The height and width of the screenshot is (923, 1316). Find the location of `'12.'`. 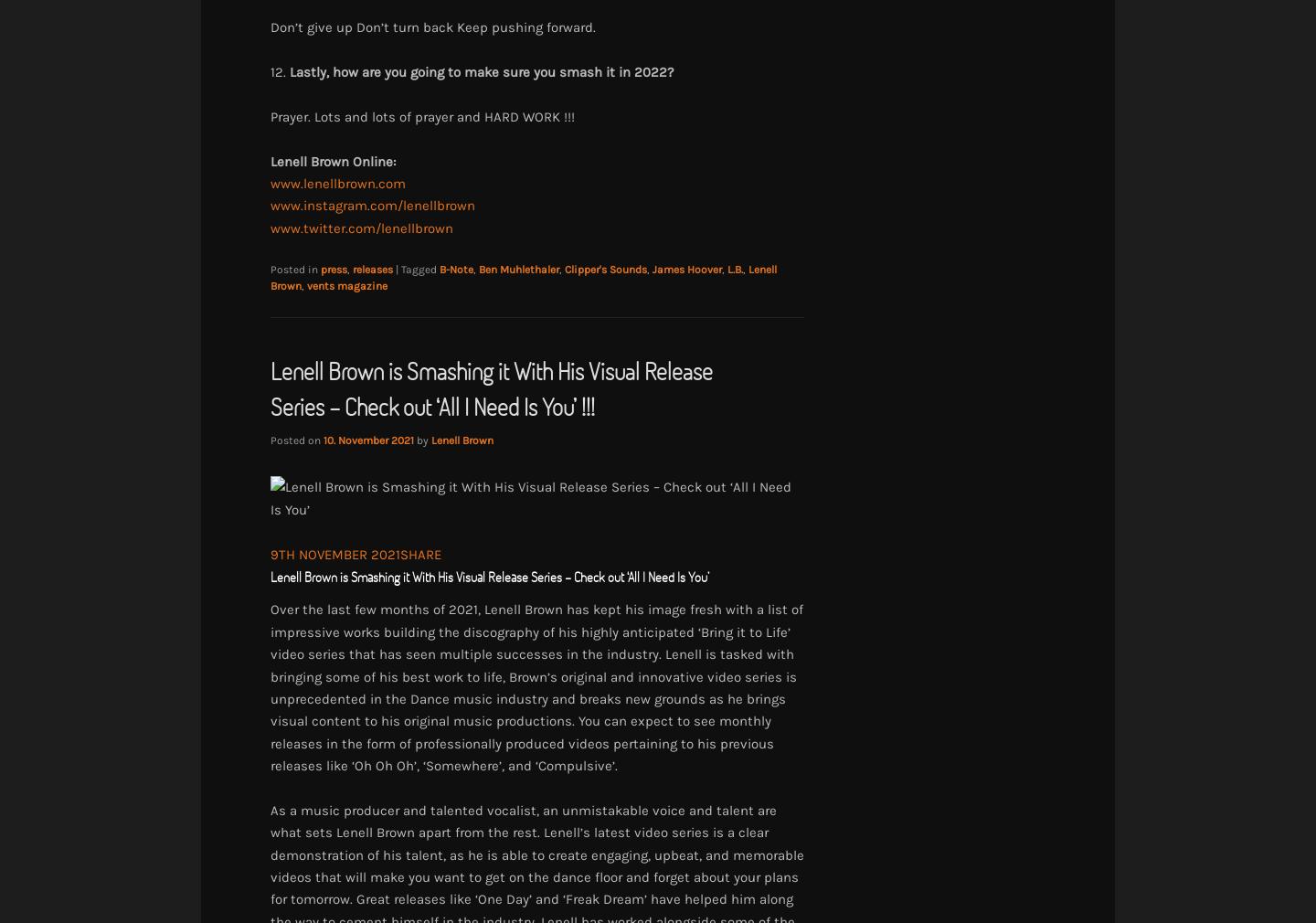

'12.' is located at coordinates (280, 70).